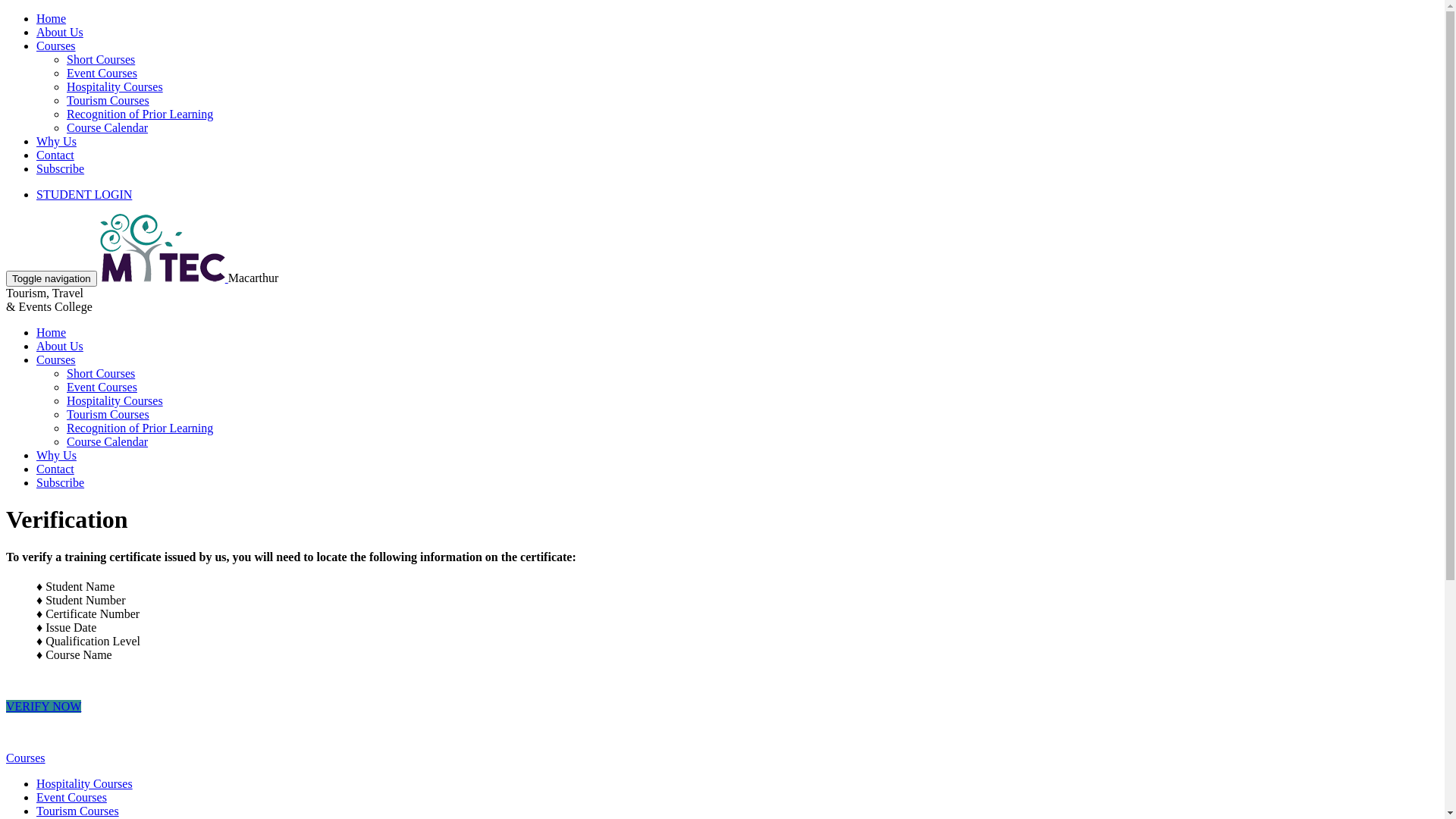 Image resolution: width=1456 pixels, height=819 pixels. Describe the element at coordinates (140, 113) in the screenshot. I see `'Recognition of Prior Learning'` at that location.